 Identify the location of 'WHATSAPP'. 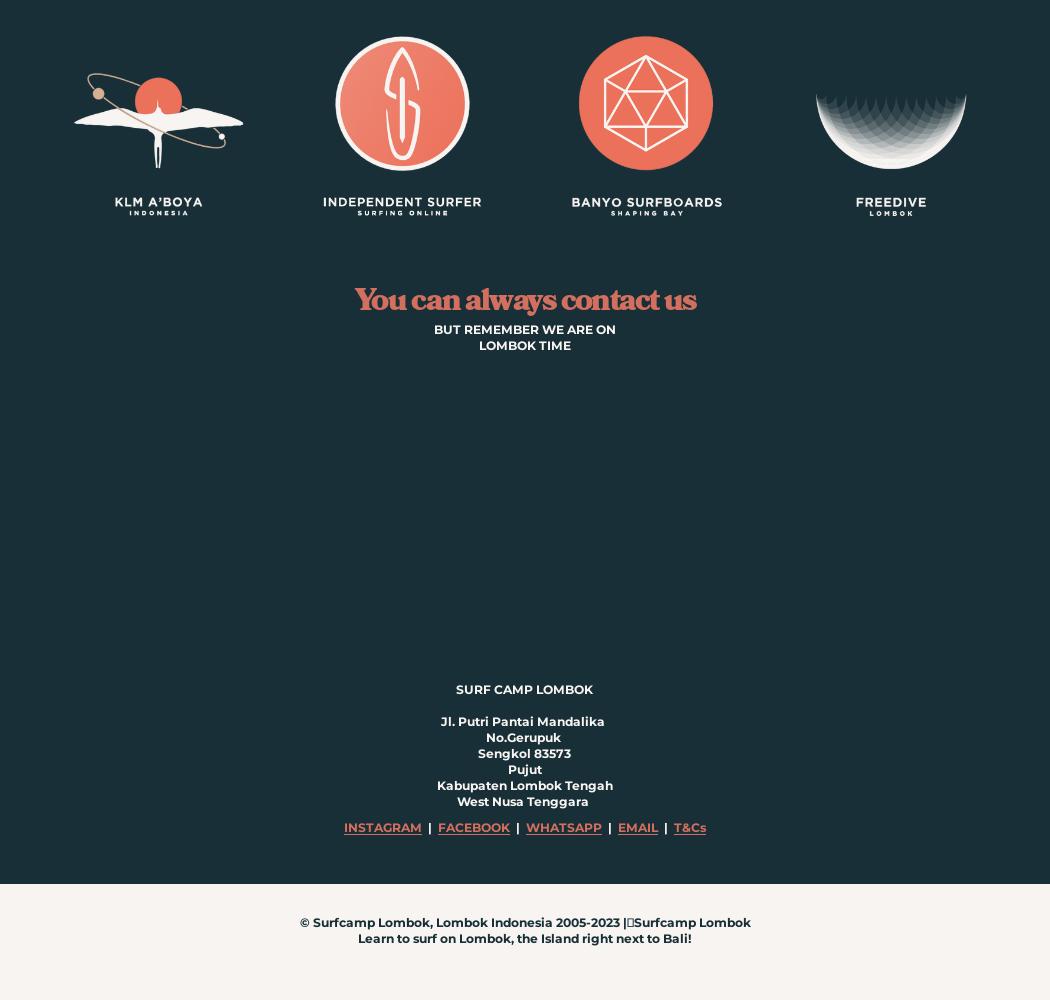
(562, 826).